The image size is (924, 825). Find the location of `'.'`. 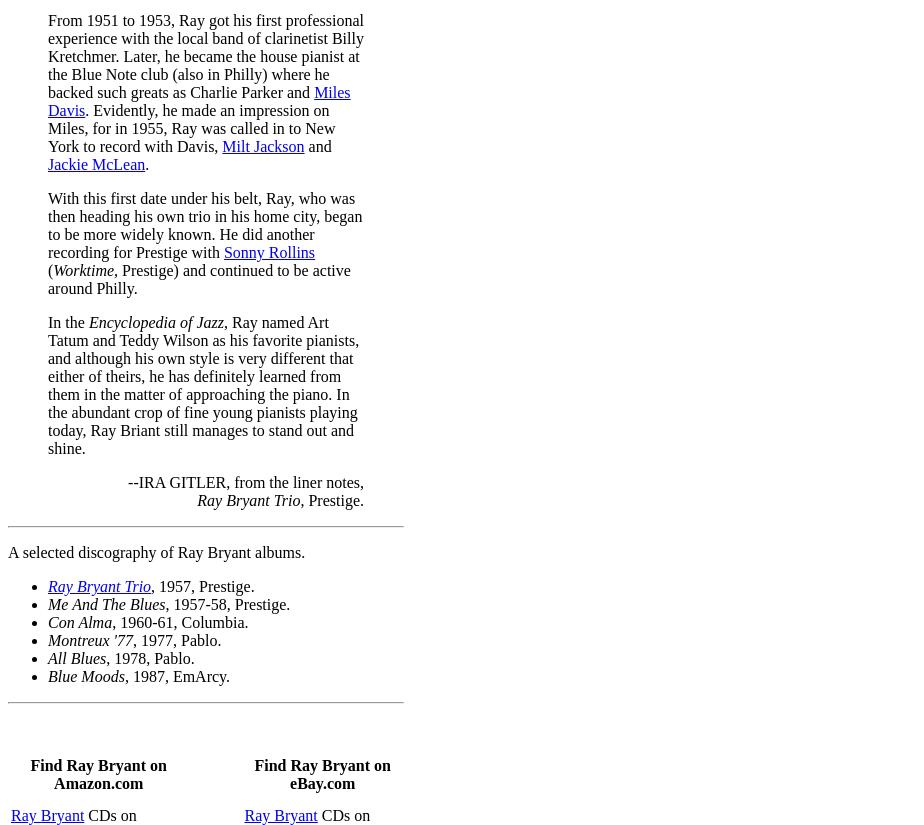

'.' is located at coordinates (147, 163).